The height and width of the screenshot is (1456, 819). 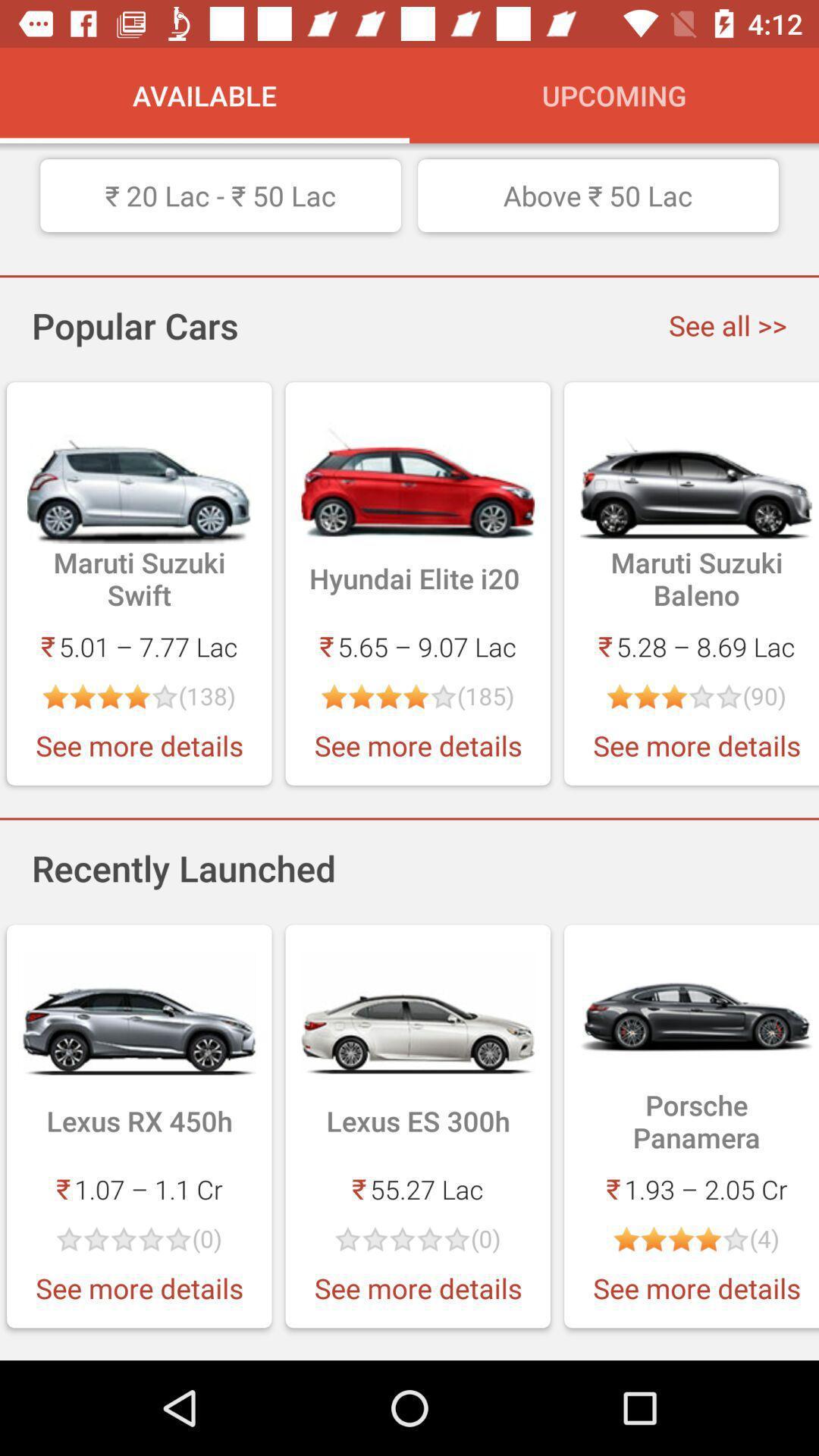 What do you see at coordinates (205, 94) in the screenshot?
I see `item next to the upcoming icon` at bounding box center [205, 94].